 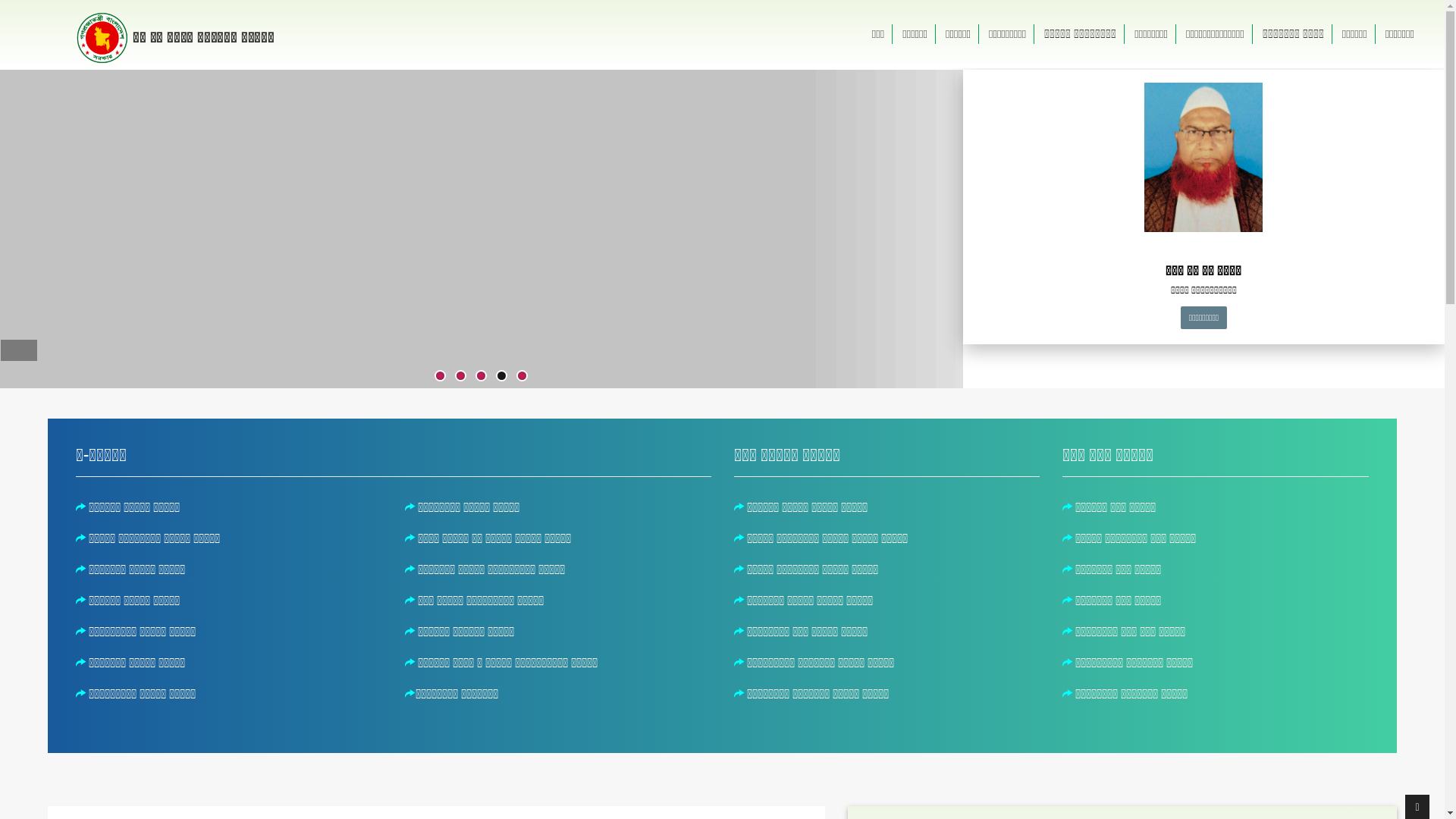 What do you see at coordinates (517, 375) in the screenshot?
I see `'5'` at bounding box center [517, 375].